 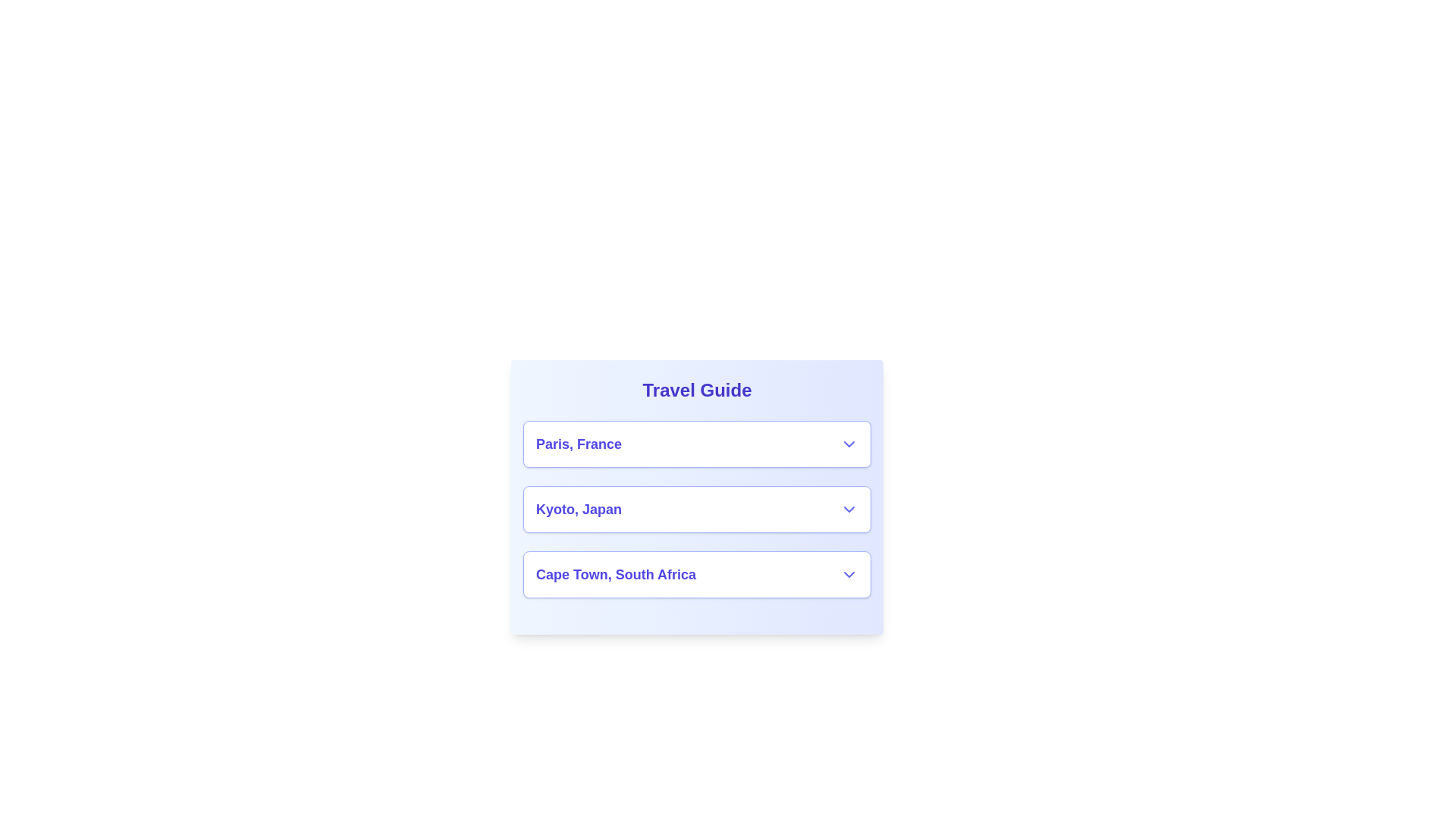 I want to click on the Expandable dropdown indicator icon located to the far right of the section displaying 'Kyoto, Japan', so click(x=848, y=509).